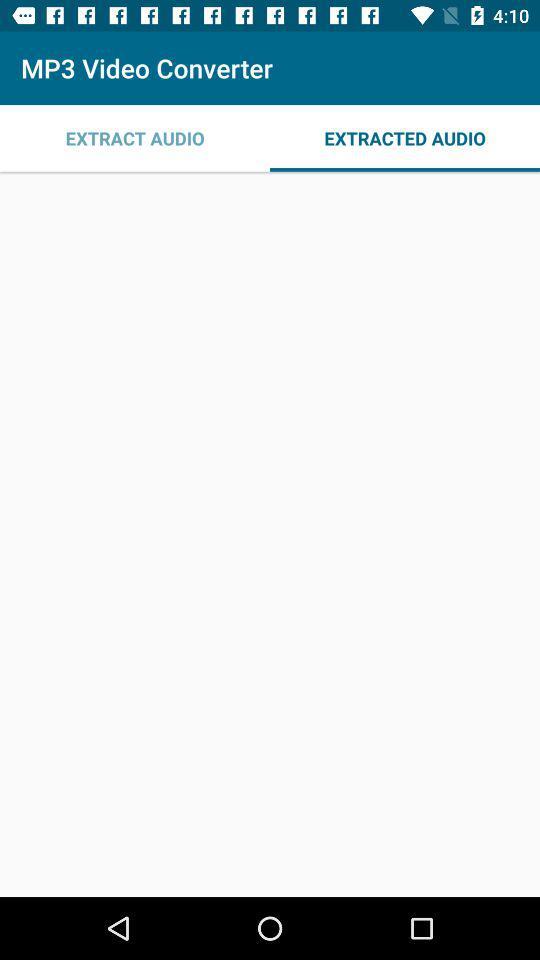 Image resolution: width=540 pixels, height=960 pixels. Describe the element at coordinates (405, 137) in the screenshot. I see `extracted audio icon` at that location.